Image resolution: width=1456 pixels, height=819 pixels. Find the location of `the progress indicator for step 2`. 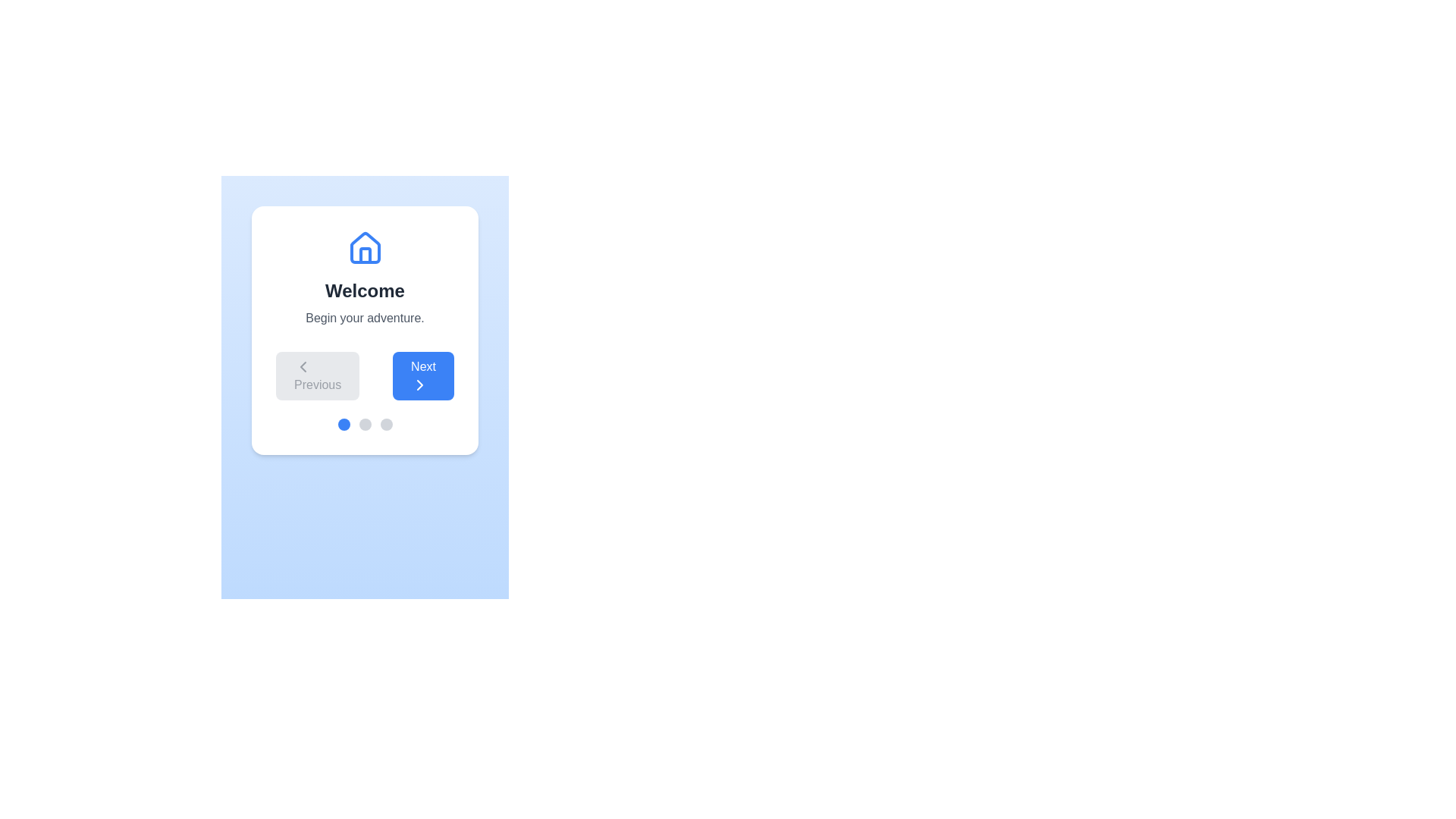

the progress indicator for step 2 is located at coordinates (365, 424).